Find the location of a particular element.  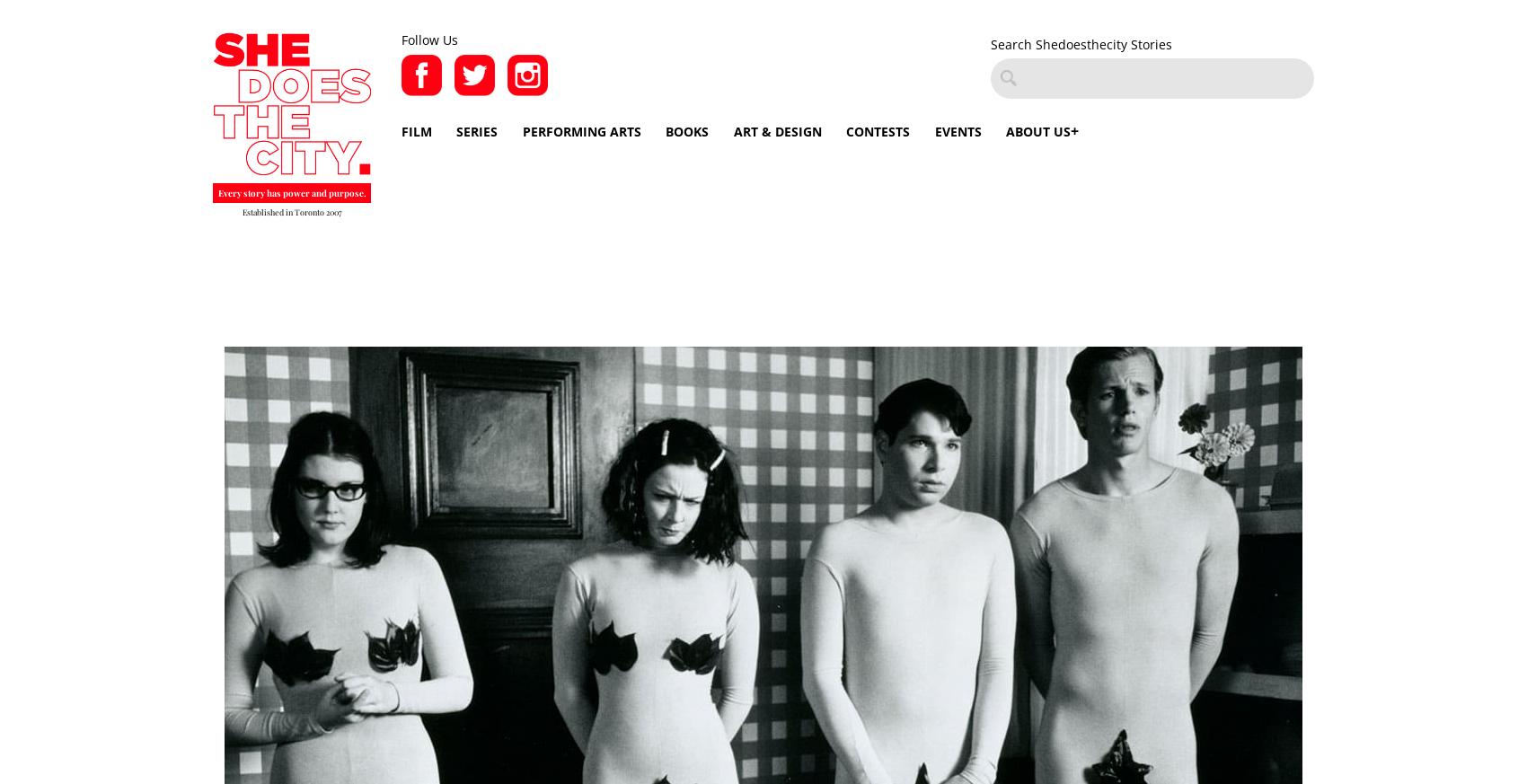

'Books' is located at coordinates (686, 130).